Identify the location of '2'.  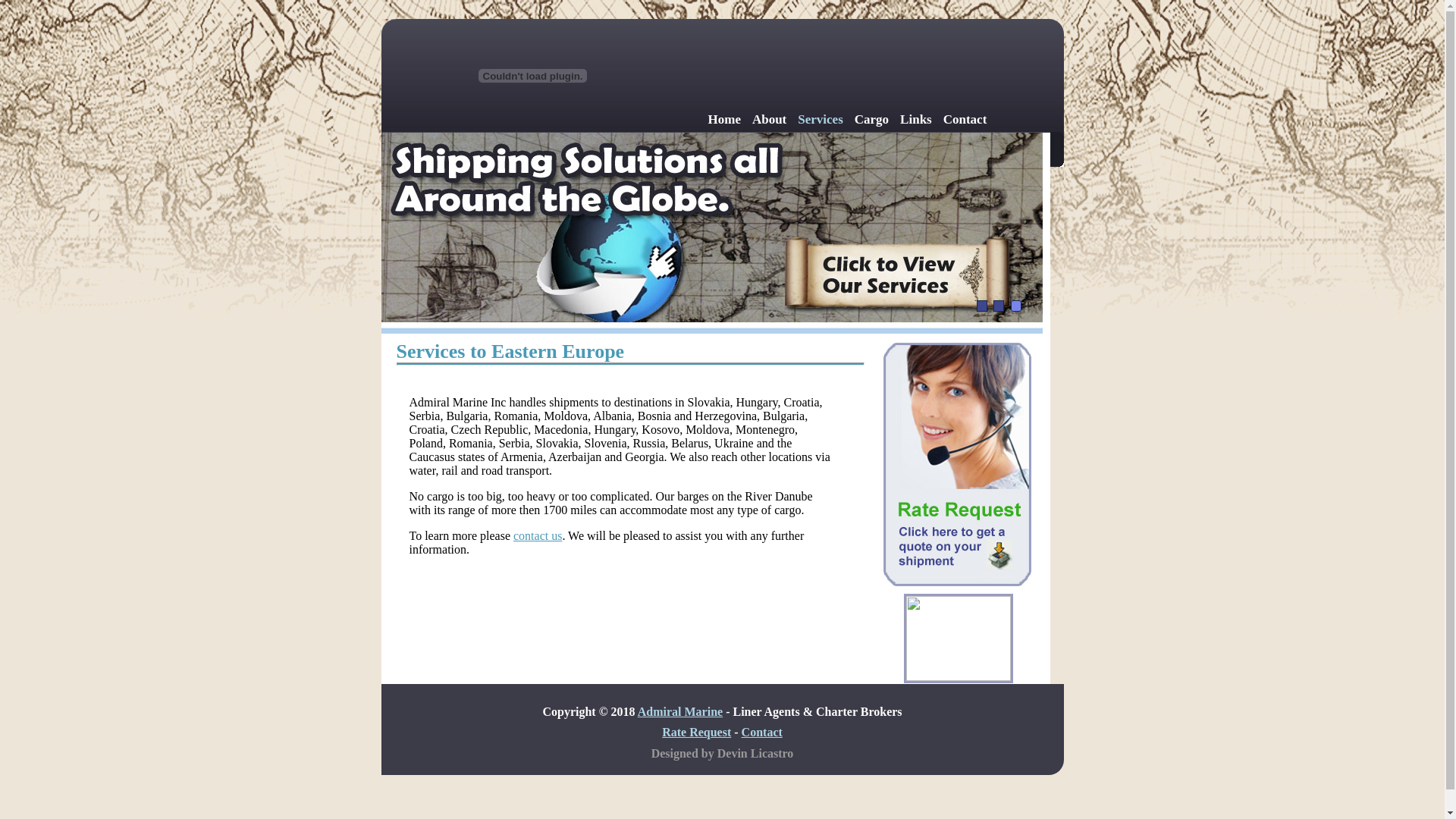
(998, 306).